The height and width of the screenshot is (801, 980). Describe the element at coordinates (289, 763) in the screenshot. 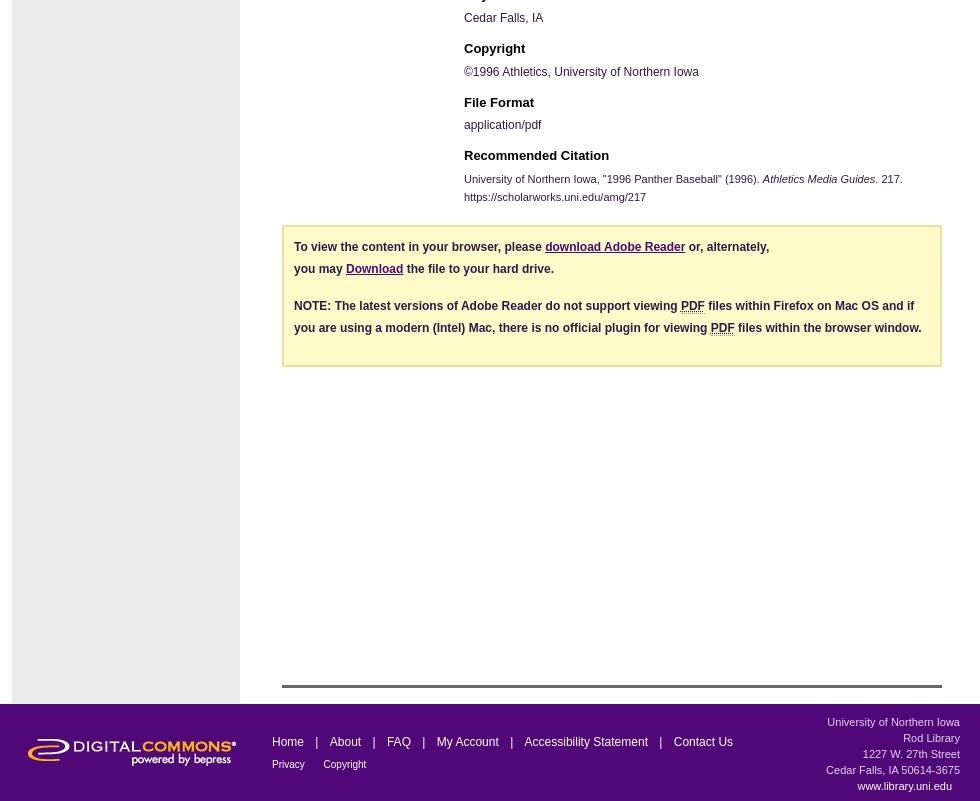

I see `'Privacy'` at that location.